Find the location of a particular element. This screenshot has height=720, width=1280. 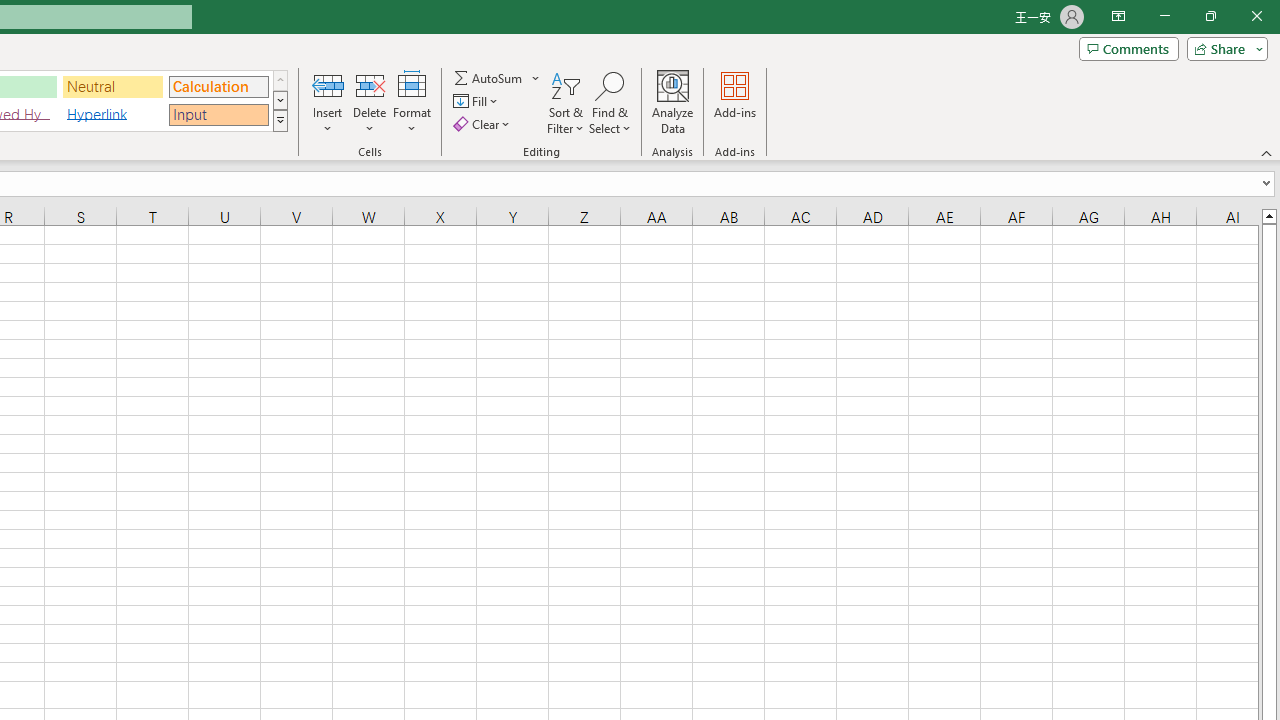

'Cell Styles' is located at coordinates (279, 120).